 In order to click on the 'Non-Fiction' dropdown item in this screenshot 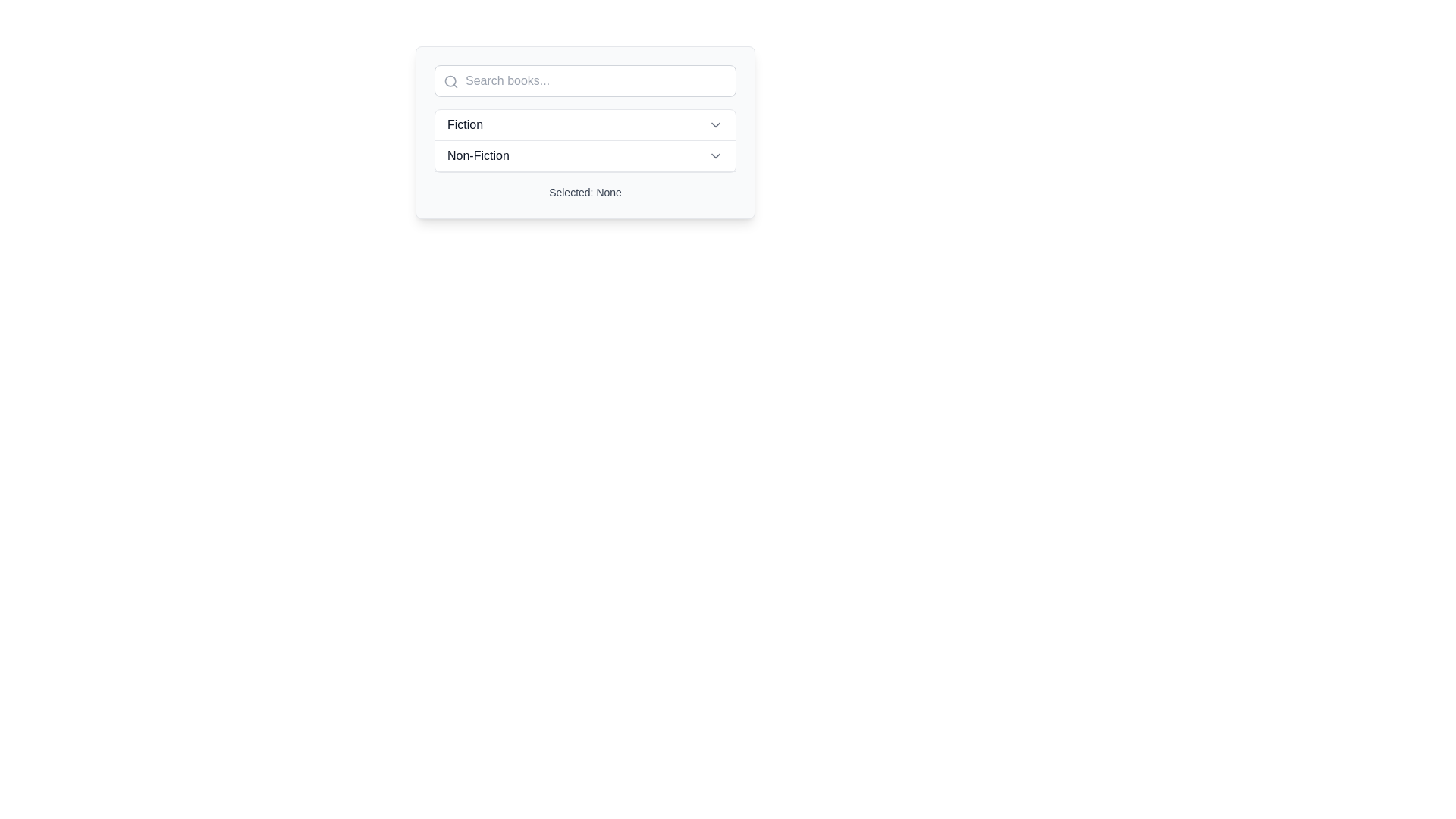, I will do `click(585, 156)`.